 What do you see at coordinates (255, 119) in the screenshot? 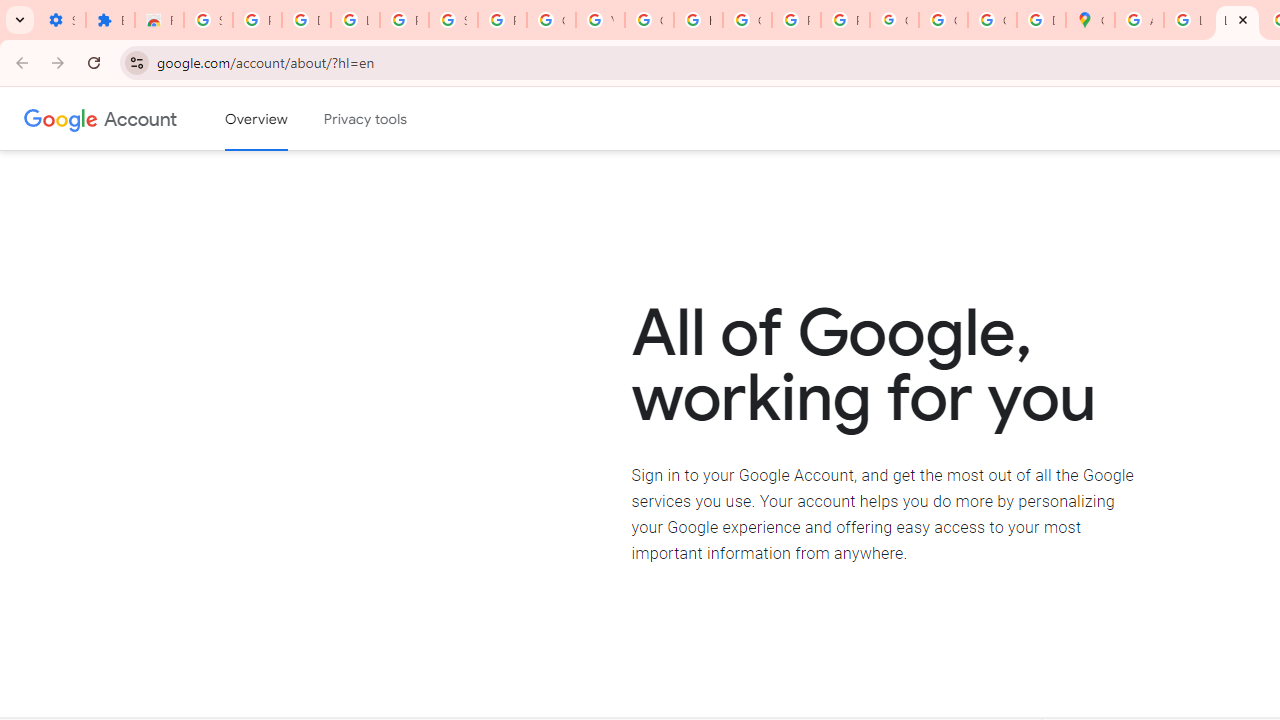
I see `'Google Account overview'` at bounding box center [255, 119].